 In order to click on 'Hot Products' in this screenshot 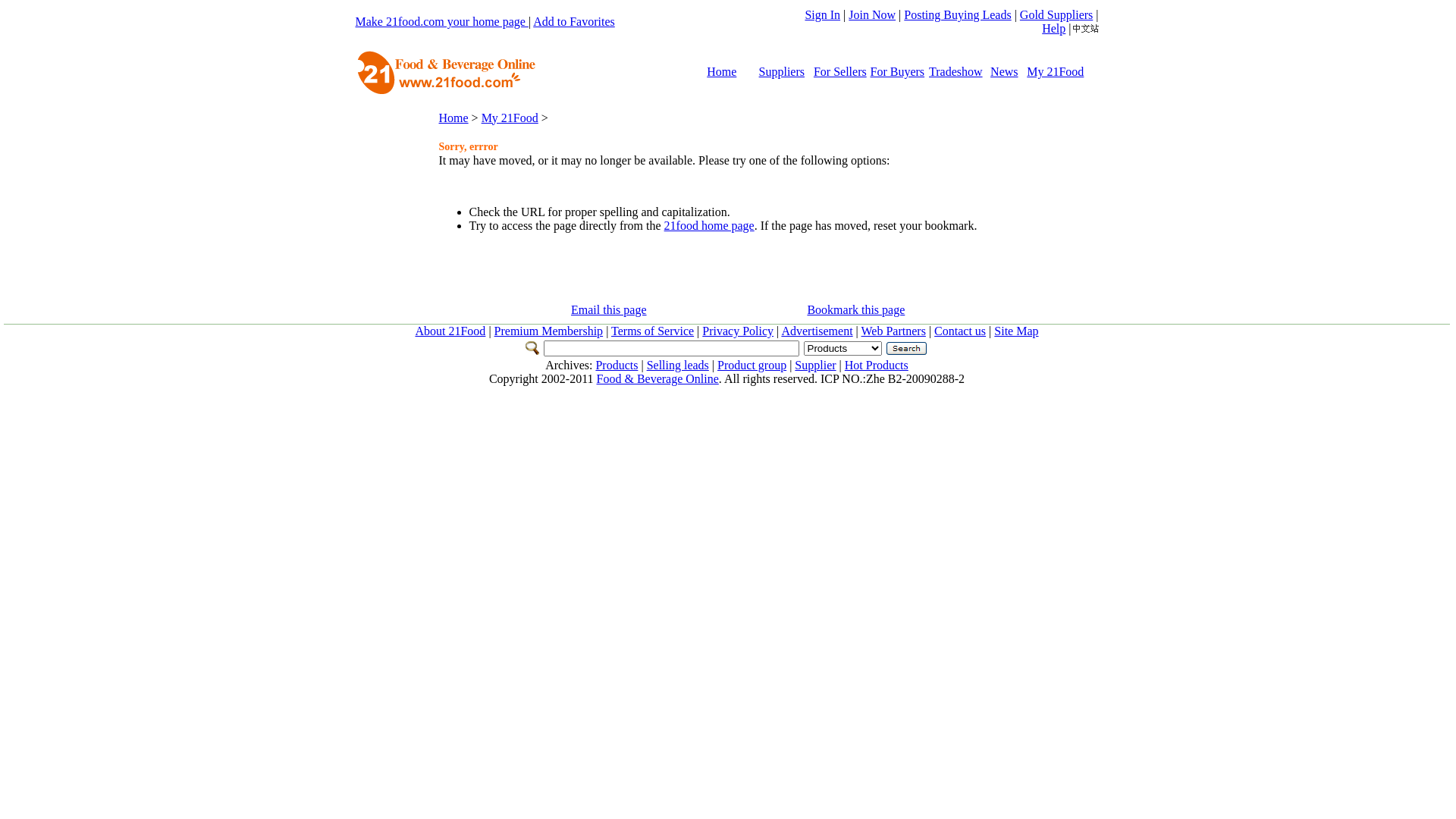, I will do `click(843, 365)`.